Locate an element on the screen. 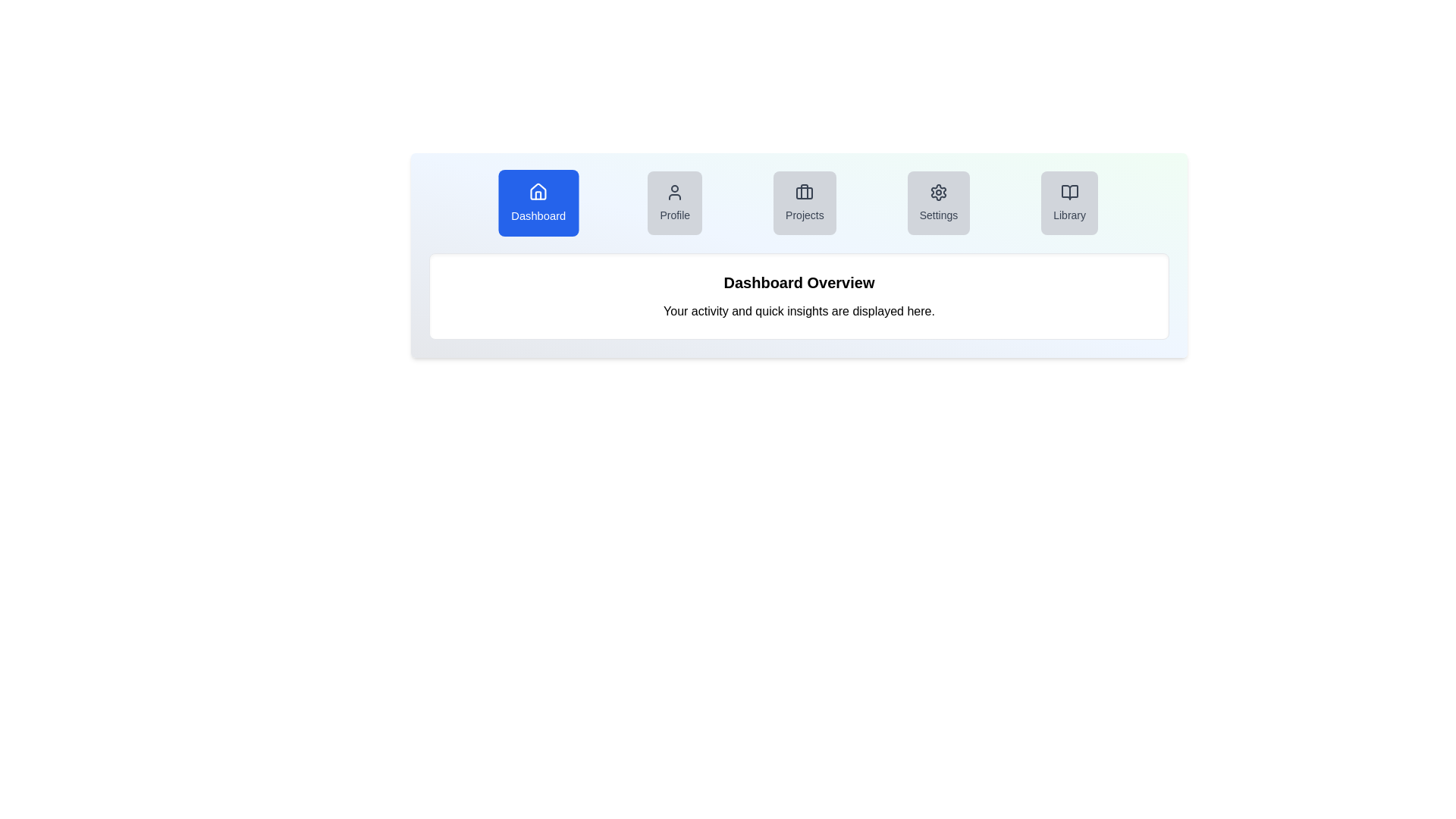 The height and width of the screenshot is (819, 1456). the 'Projects' button with a briefcase icon, which is the third button in a horizontal row of five buttons is located at coordinates (799, 202).